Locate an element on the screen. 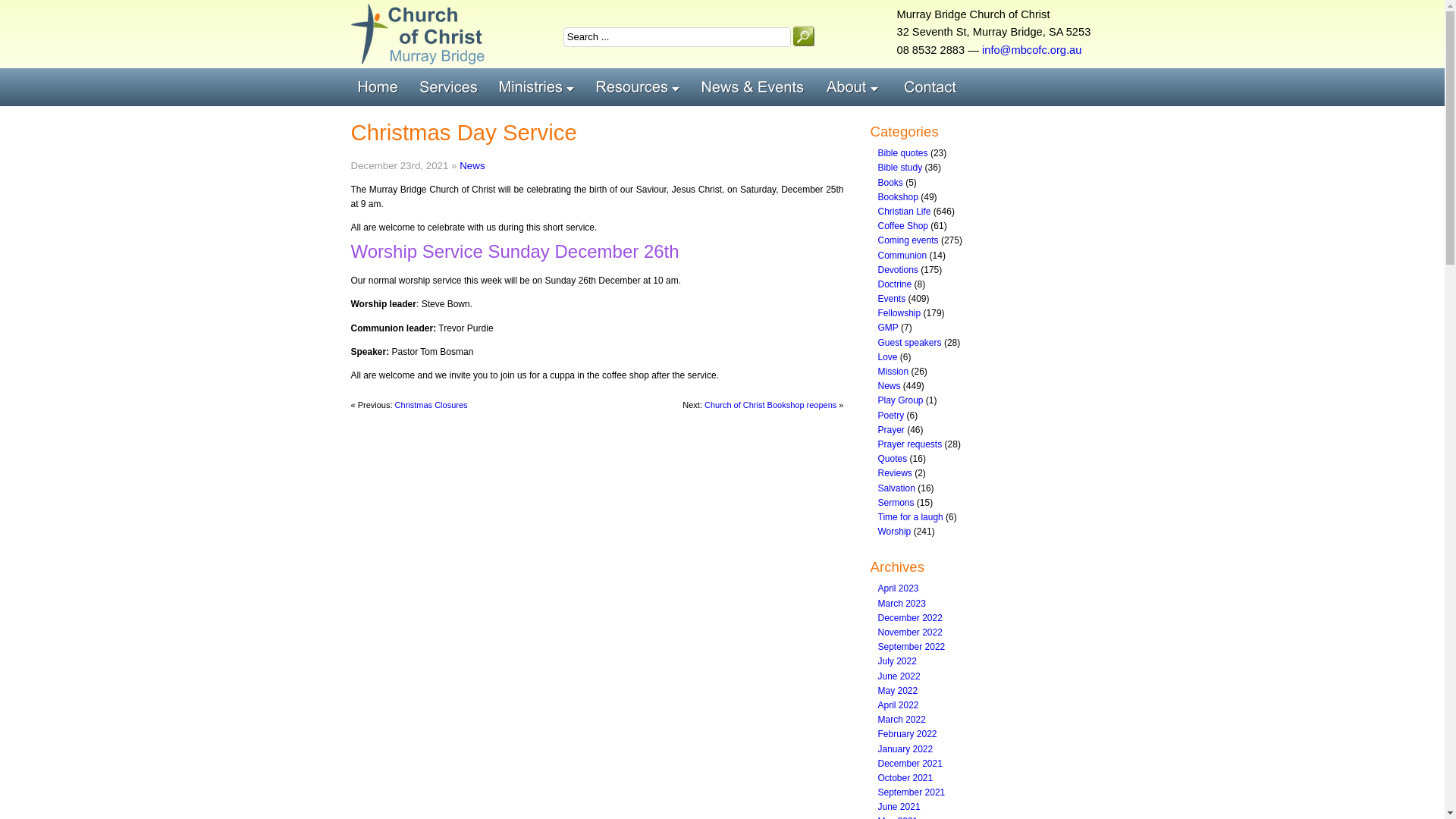 This screenshot has height=819, width=1456. 'Home Page' is located at coordinates (381, 87).